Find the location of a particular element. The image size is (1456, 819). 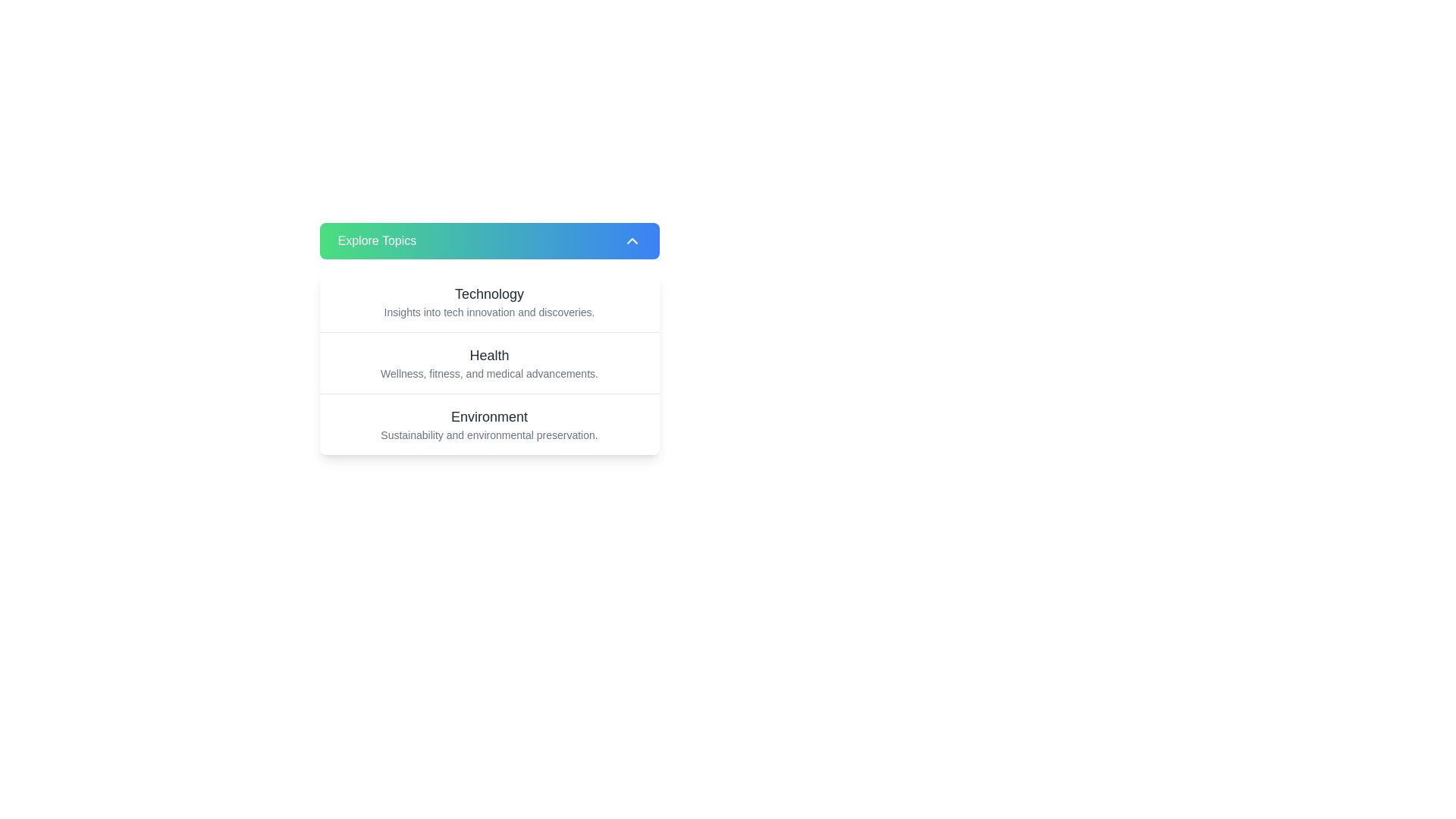

the text label that reads 'Wellness, fitness, and medical advancements.' which is styled with a small text size and light gray color, located directly below the header 'Health' is located at coordinates (489, 374).